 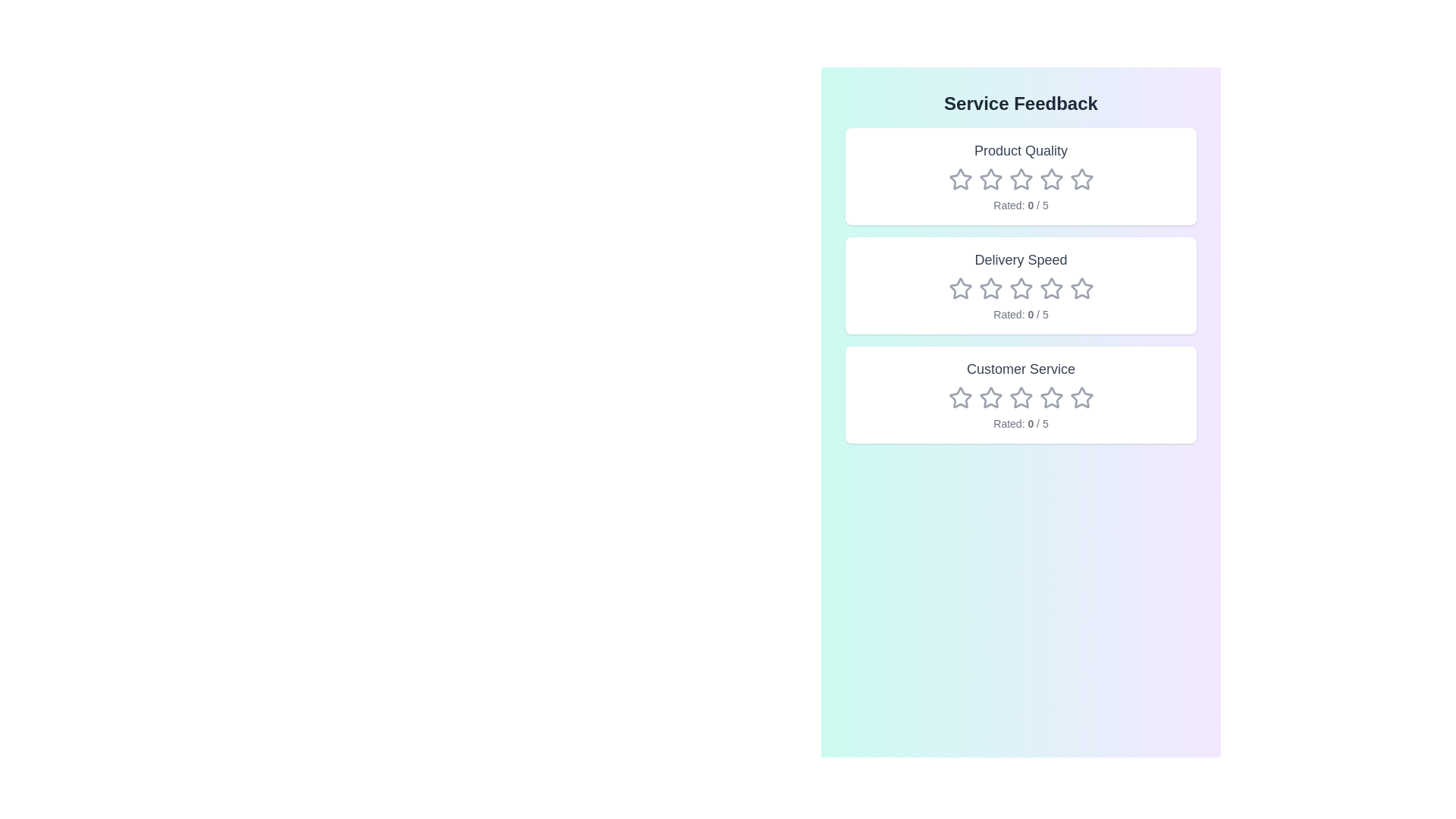 What do you see at coordinates (1021, 397) in the screenshot?
I see `the rating for the category Customer Service to 3 stars` at bounding box center [1021, 397].